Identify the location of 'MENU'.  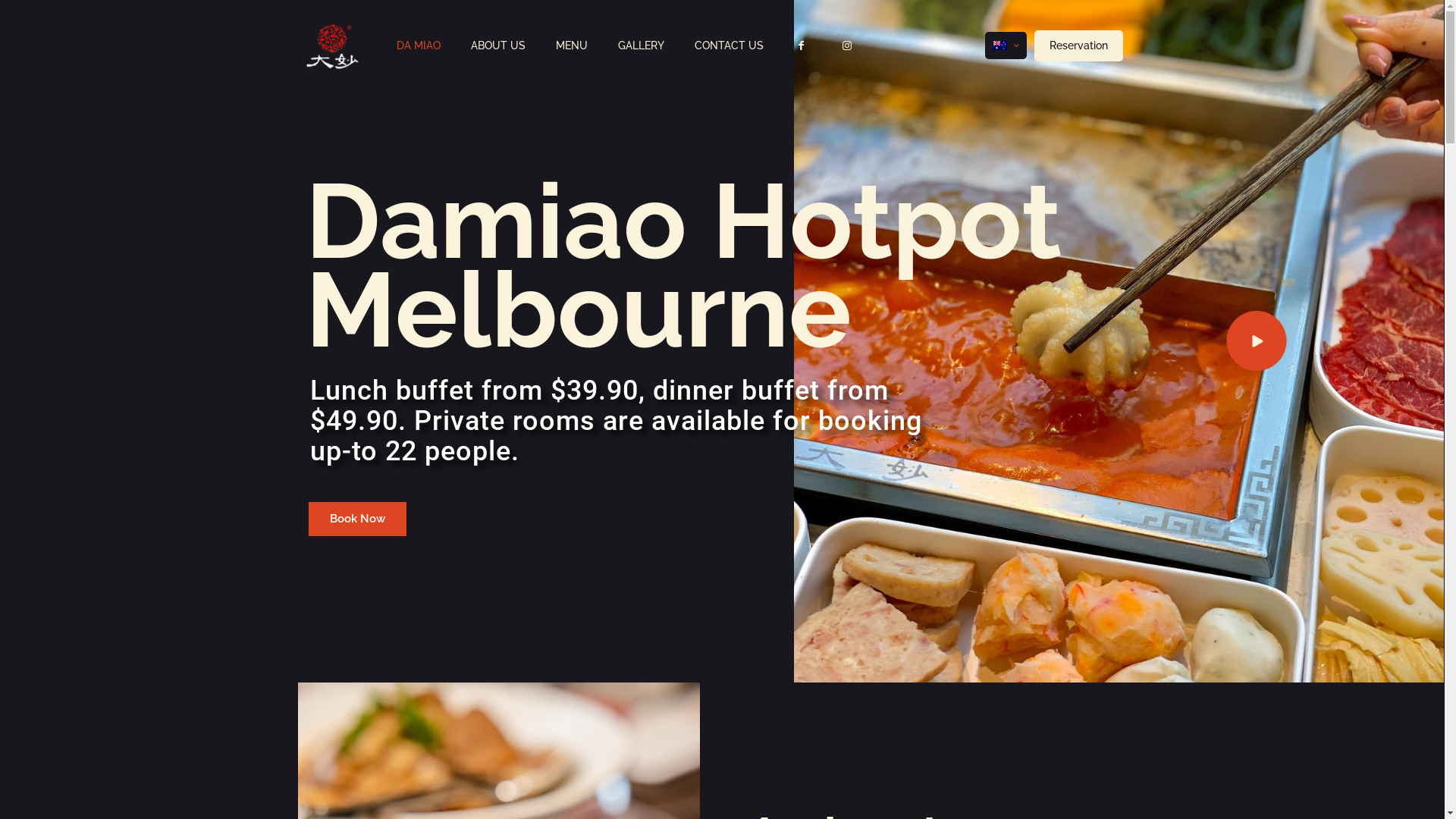
(570, 45).